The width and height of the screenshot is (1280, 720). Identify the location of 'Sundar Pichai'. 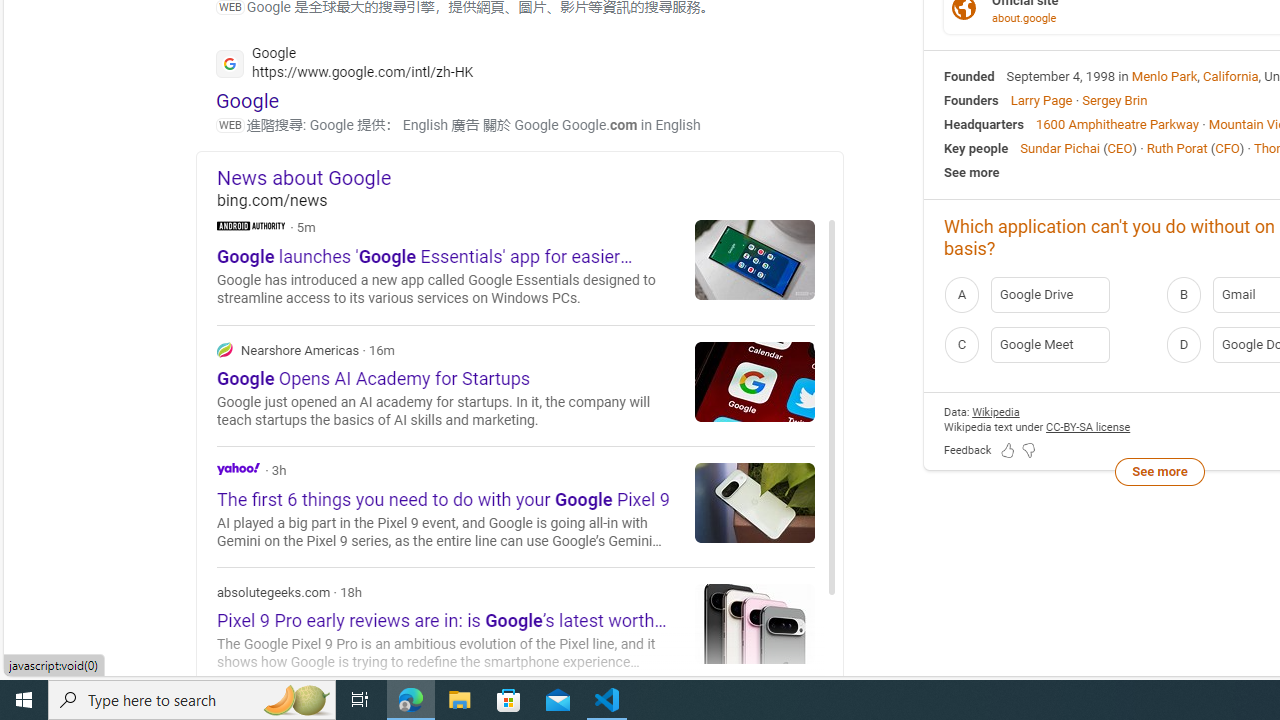
(1058, 146).